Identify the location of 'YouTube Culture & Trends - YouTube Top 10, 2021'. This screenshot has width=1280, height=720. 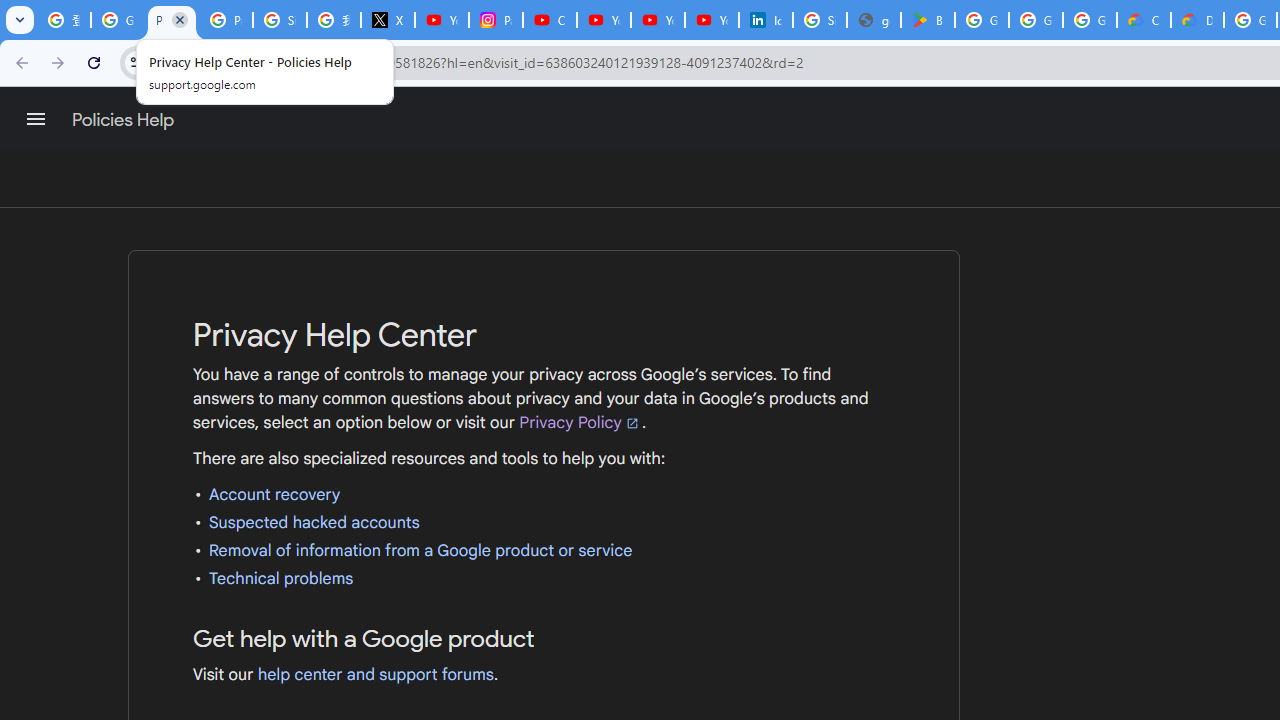
(657, 20).